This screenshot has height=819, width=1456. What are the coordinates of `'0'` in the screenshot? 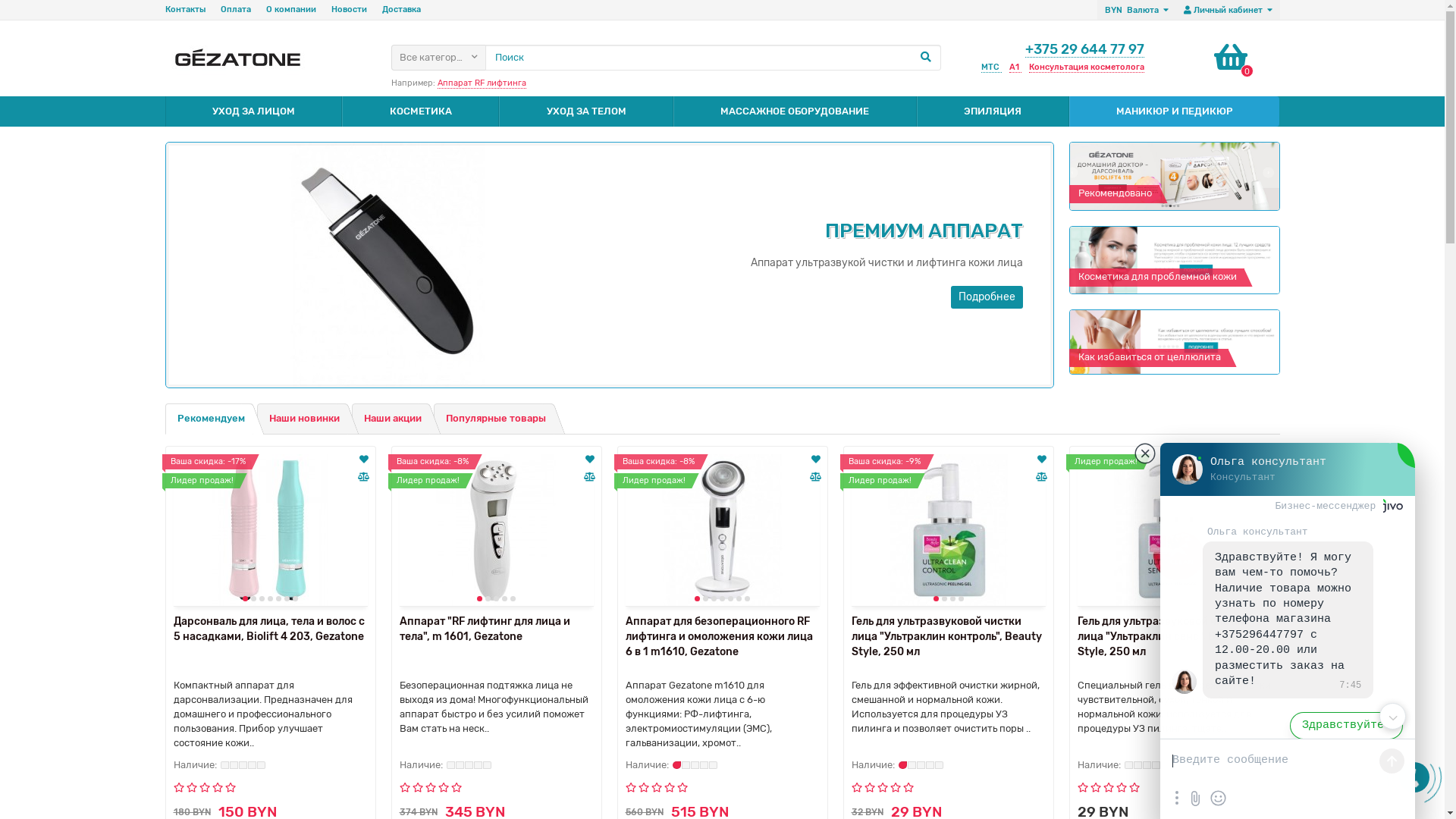 It's located at (1230, 57).